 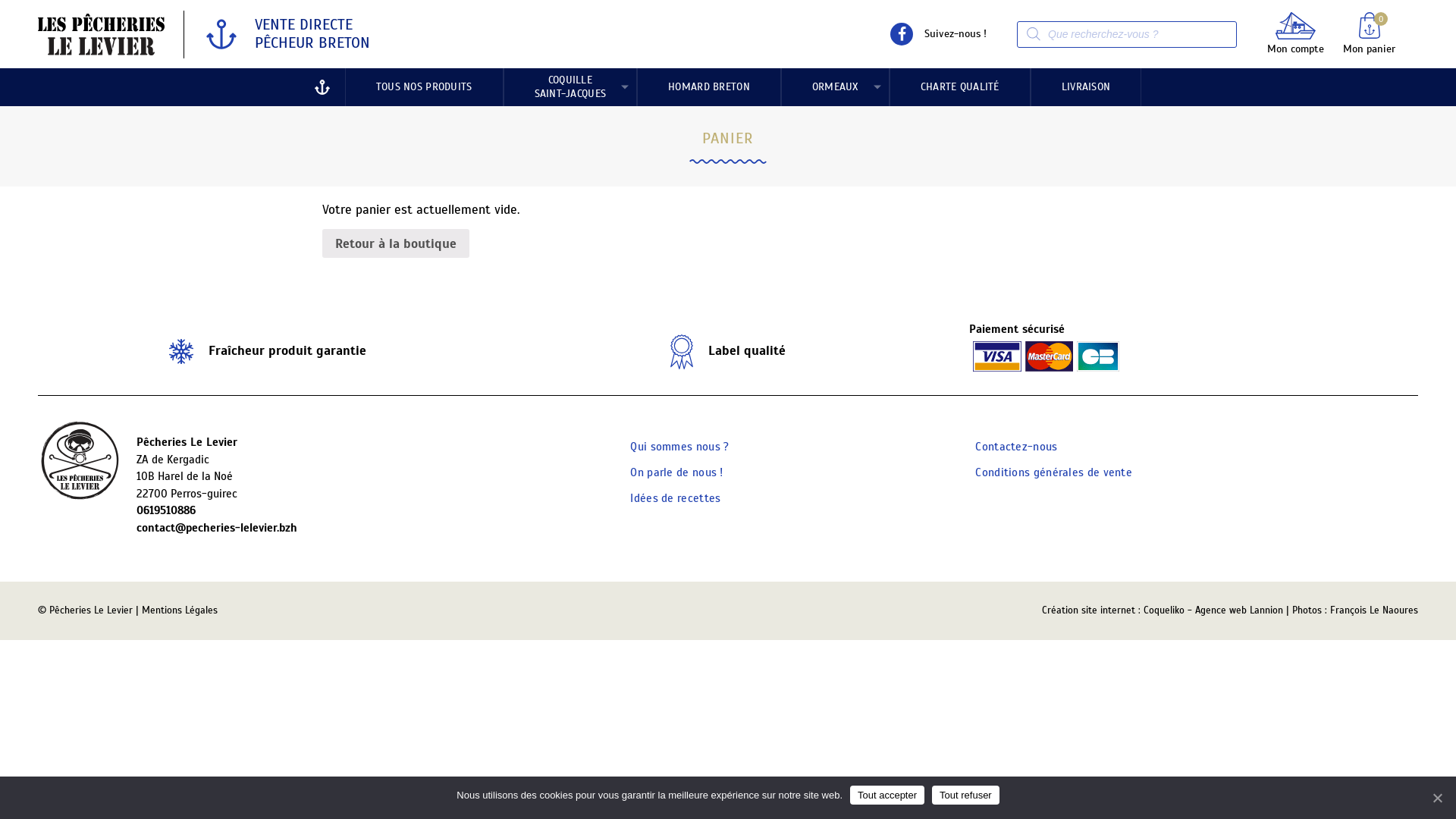 I want to click on 'LIVRAISON', so click(x=1085, y=87).